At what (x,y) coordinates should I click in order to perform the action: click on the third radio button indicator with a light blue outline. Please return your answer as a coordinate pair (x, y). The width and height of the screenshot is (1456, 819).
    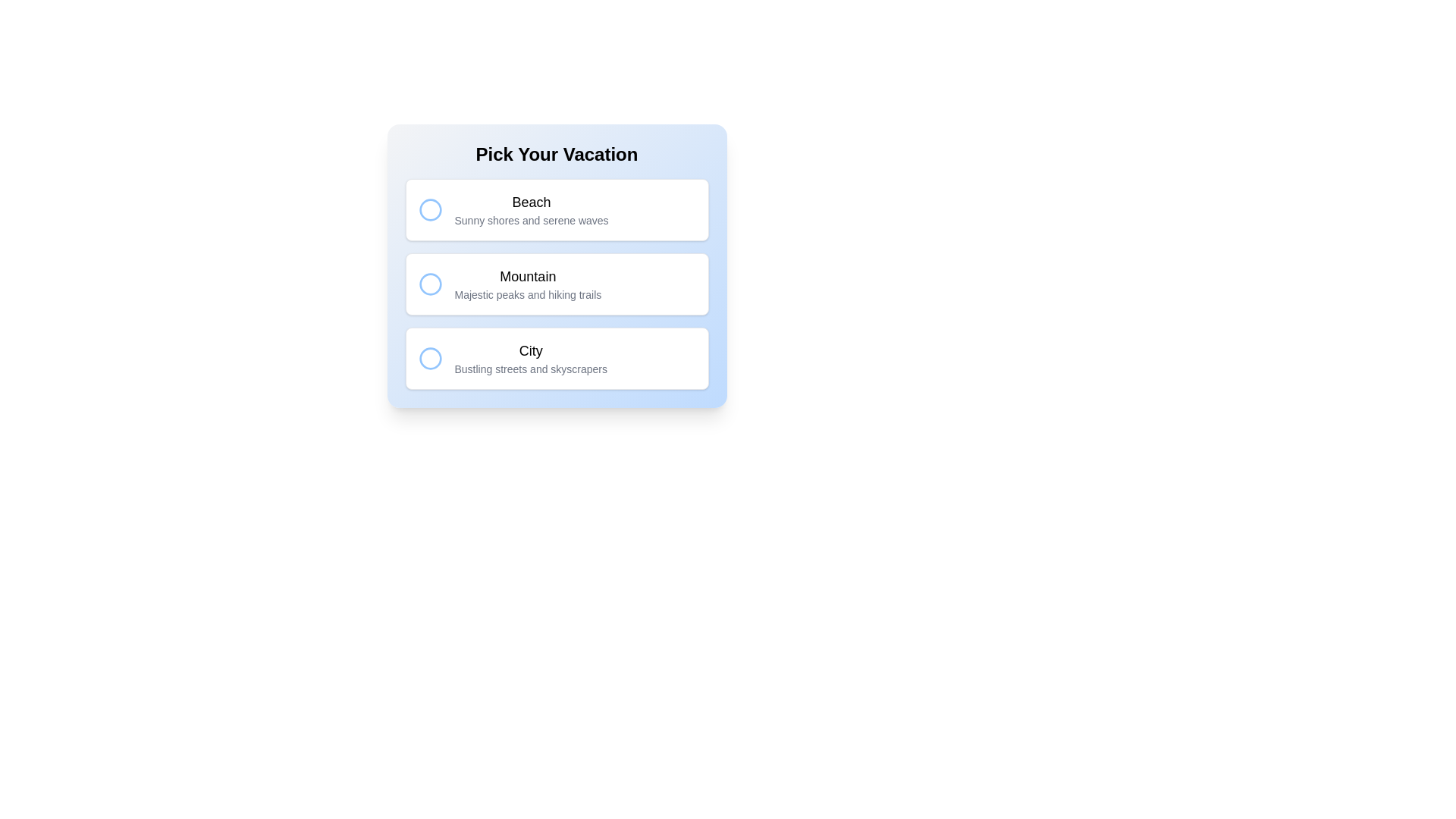
    Looking at the image, I should click on (429, 359).